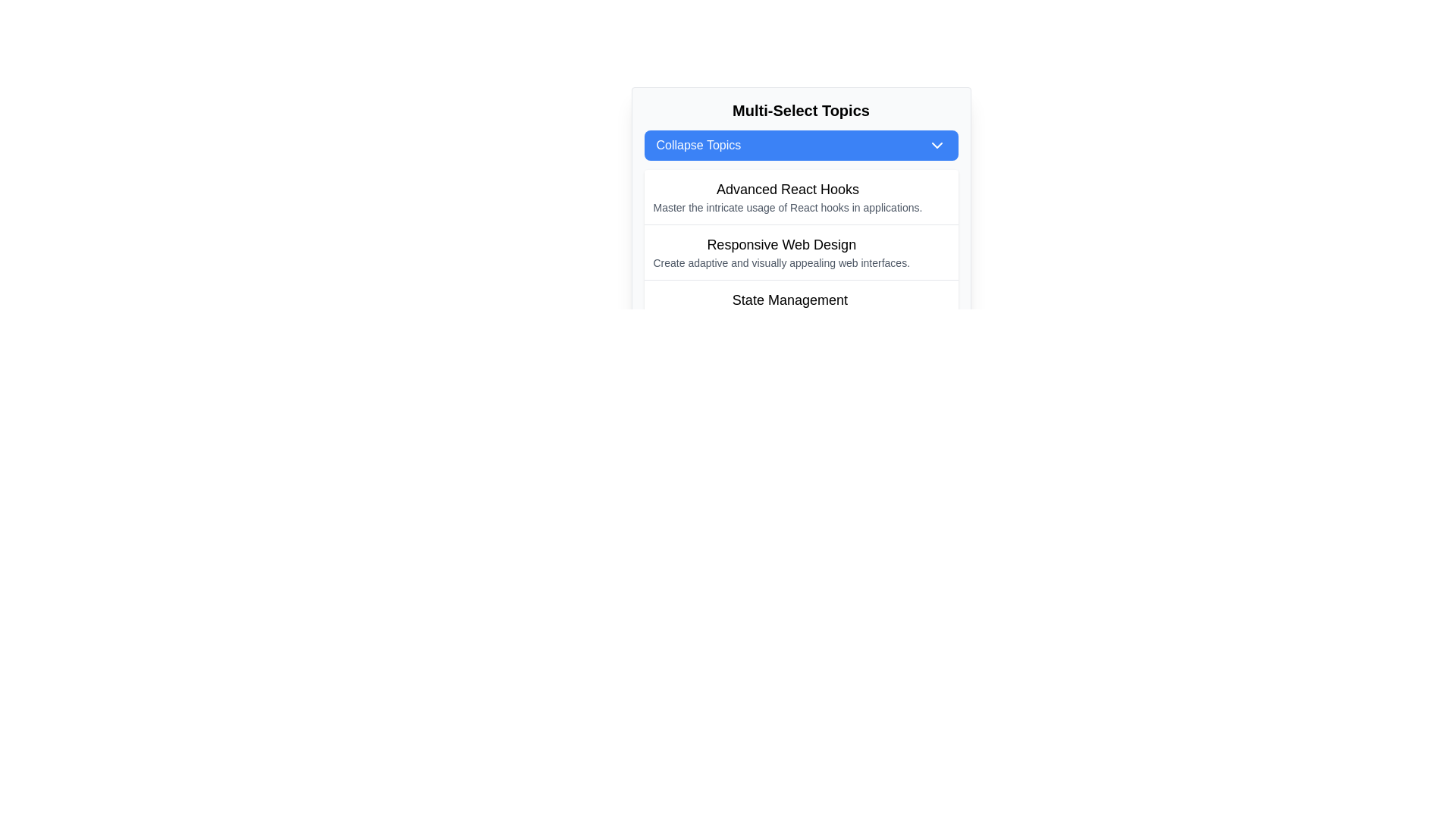 The width and height of the screenshot is (1456, 819). What do you see at coordinates (936, 146) in the screenshot?
I see `the icon at the far-right end of the blue rounded 'Collapse Topics' button, indicating it can be interacted with to expand or collapse content` at bounding box center [936, 146].